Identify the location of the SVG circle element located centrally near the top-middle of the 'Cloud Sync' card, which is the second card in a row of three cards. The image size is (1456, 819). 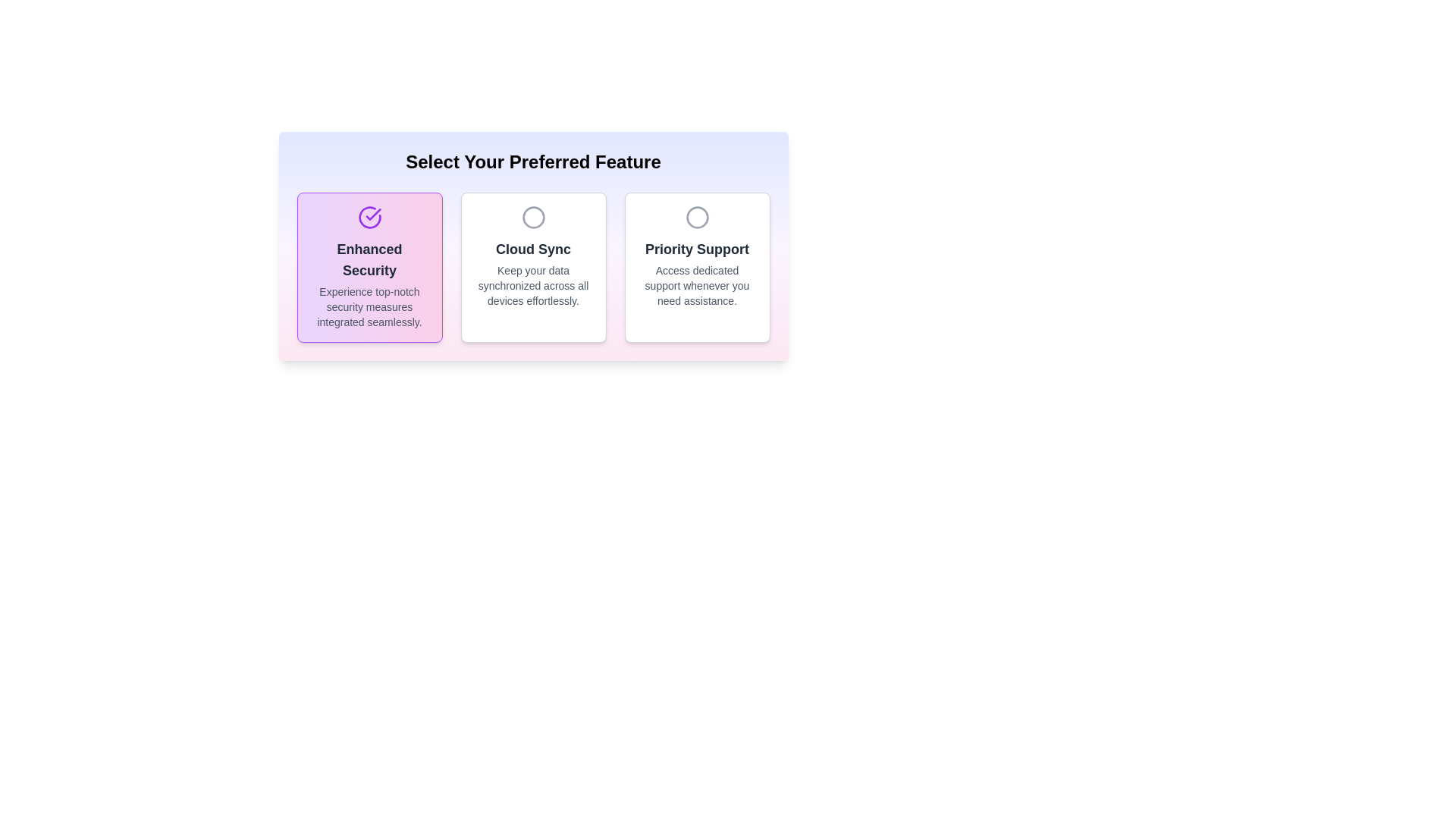
(533, 217).